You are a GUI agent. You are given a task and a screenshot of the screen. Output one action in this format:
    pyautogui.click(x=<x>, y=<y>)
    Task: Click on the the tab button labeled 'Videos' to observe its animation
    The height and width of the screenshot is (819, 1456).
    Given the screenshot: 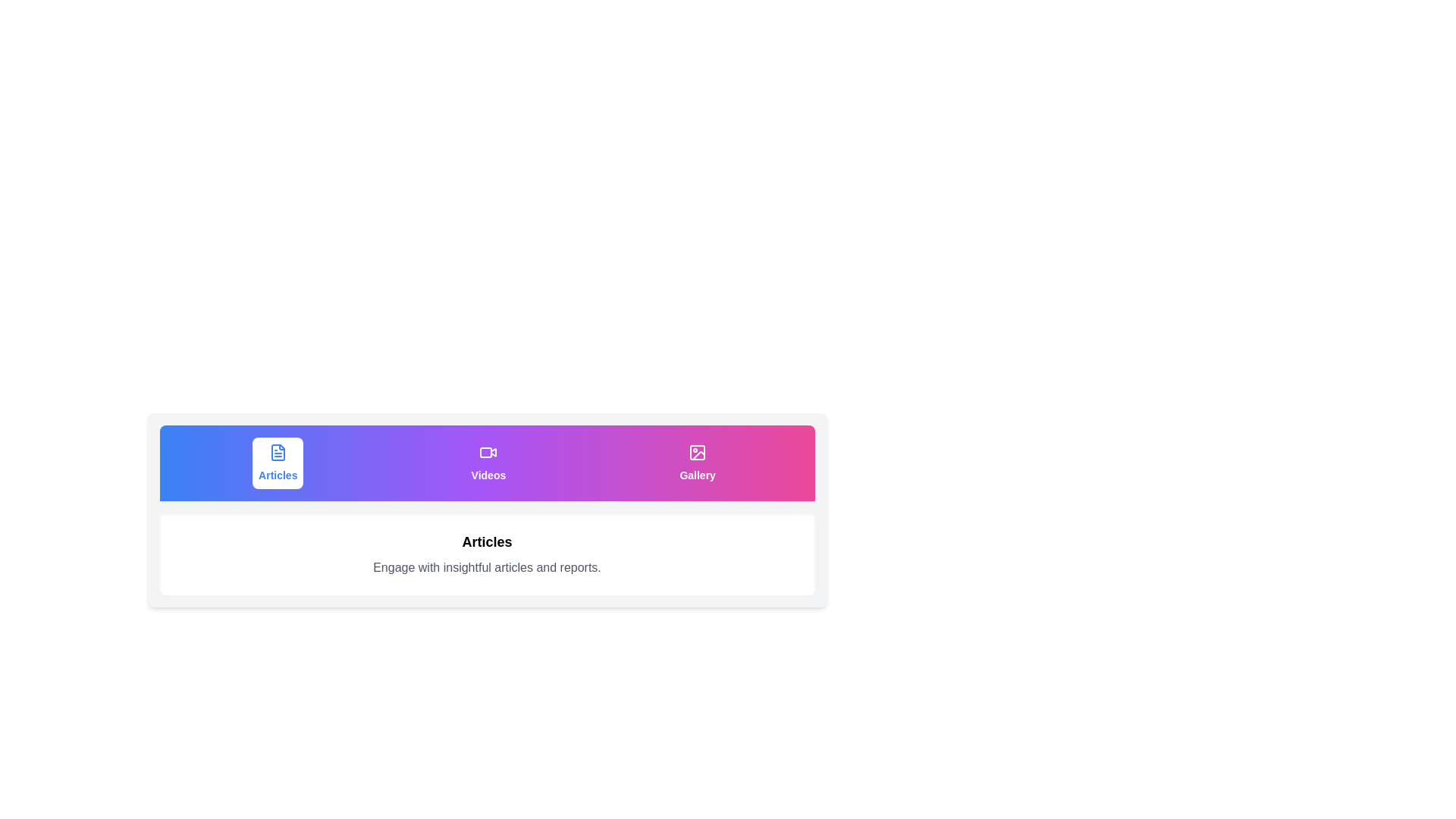 What is the action you would take?
    pyautogui.click(x=488, y=462)
    